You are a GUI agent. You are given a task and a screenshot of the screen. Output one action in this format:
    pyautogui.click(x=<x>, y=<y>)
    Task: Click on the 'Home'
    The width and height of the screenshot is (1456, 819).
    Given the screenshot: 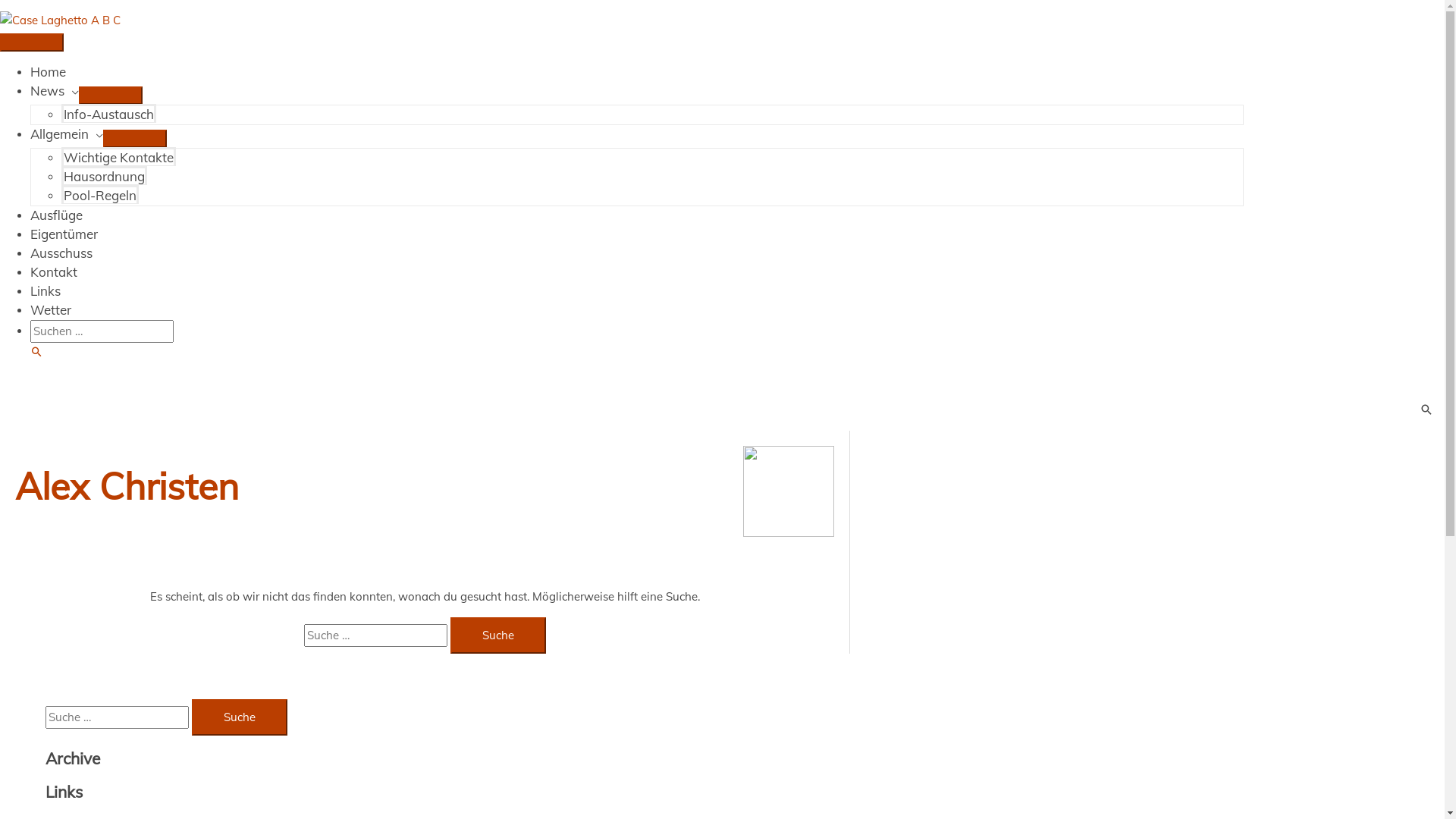 What is the action you would take?
    pyautogui.click(x=30, y=71)
    